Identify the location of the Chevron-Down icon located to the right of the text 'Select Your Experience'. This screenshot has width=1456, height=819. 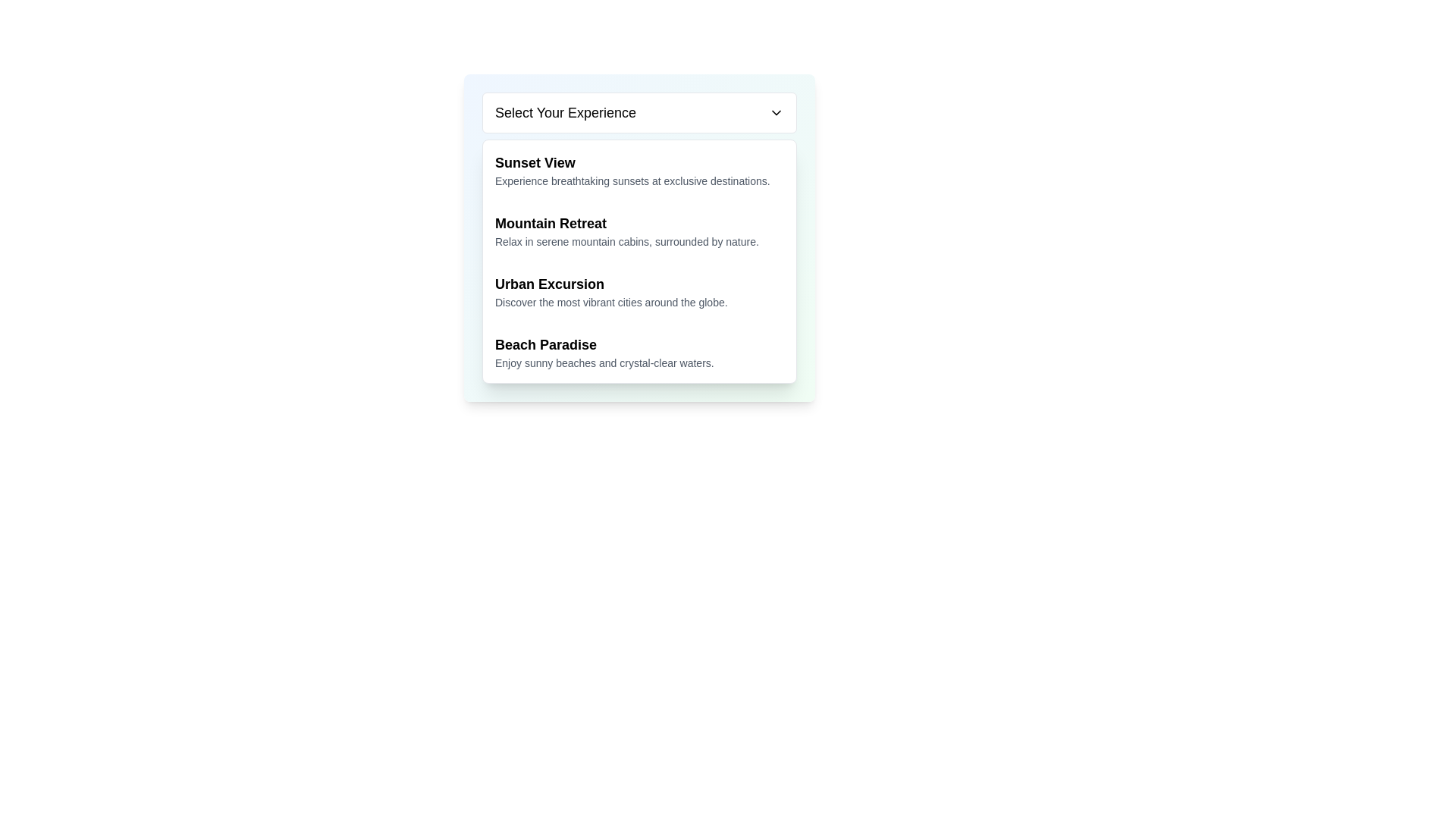
(776, 112).